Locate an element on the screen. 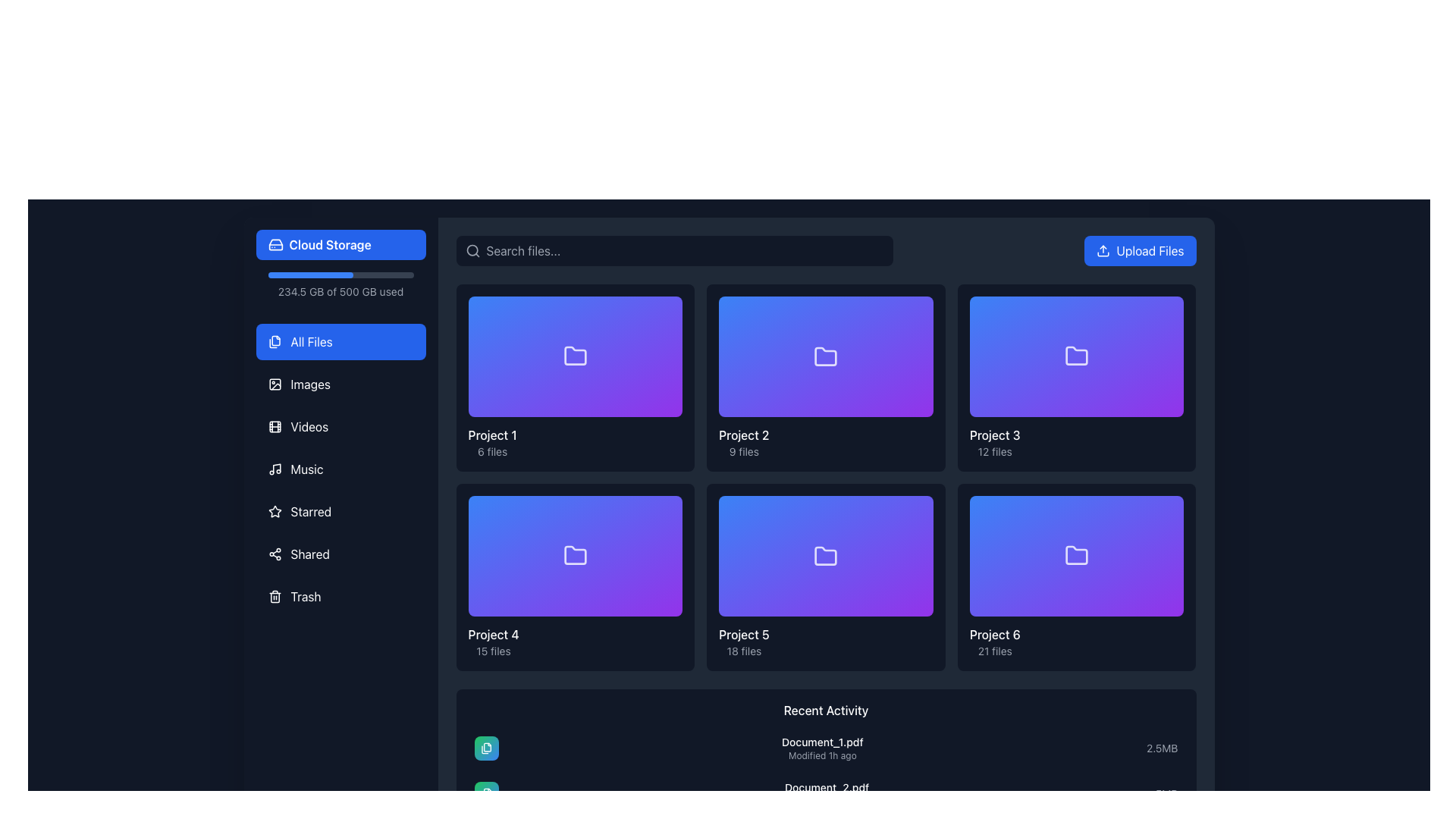  the 'Starred' navigation button, which is the sixth item in the vertical menu is located at coordinates (340, 512).